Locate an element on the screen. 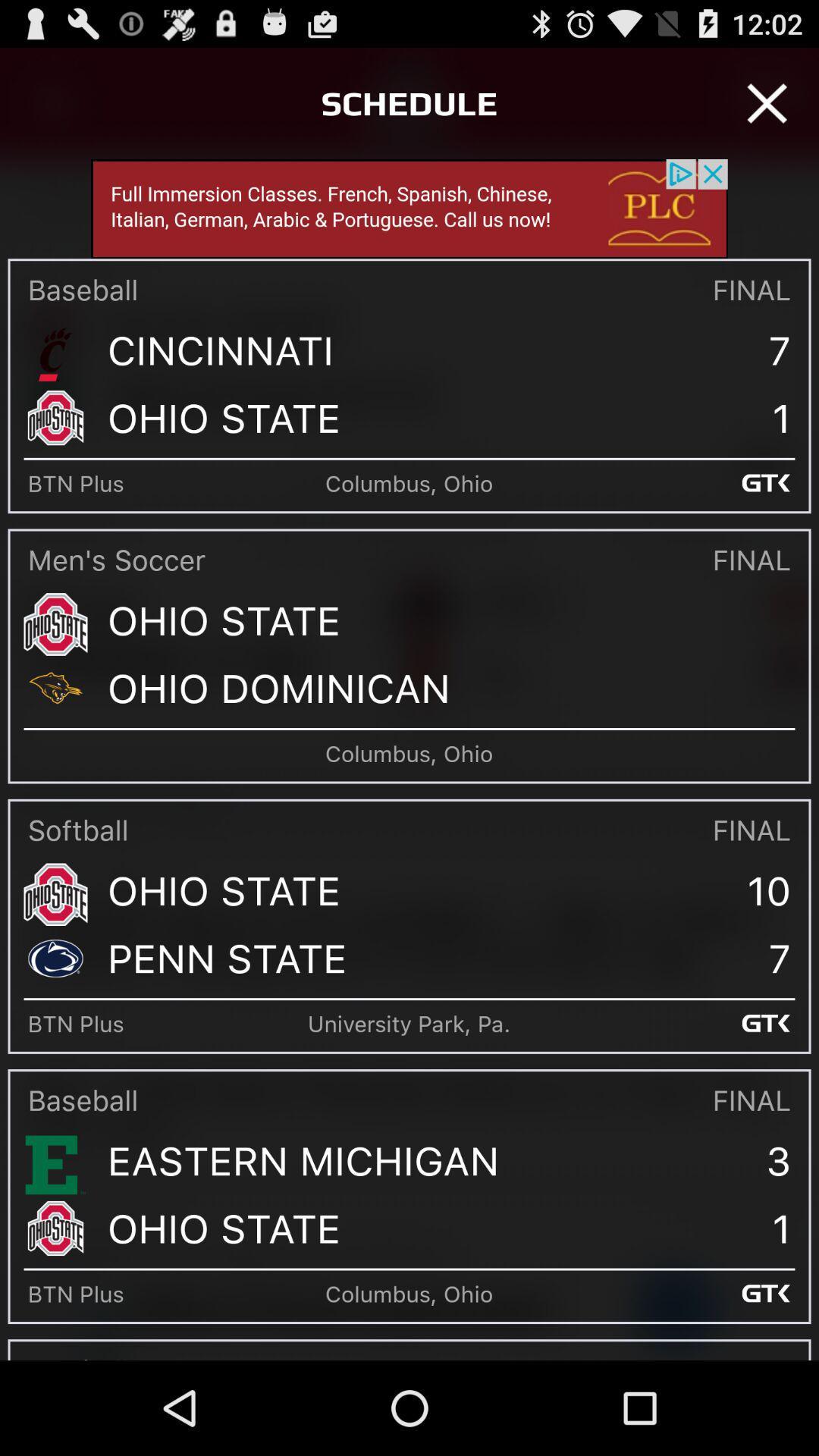 The height and width of the screenshot is (1456, 819). the close icon is located at coordinates (767, 110).